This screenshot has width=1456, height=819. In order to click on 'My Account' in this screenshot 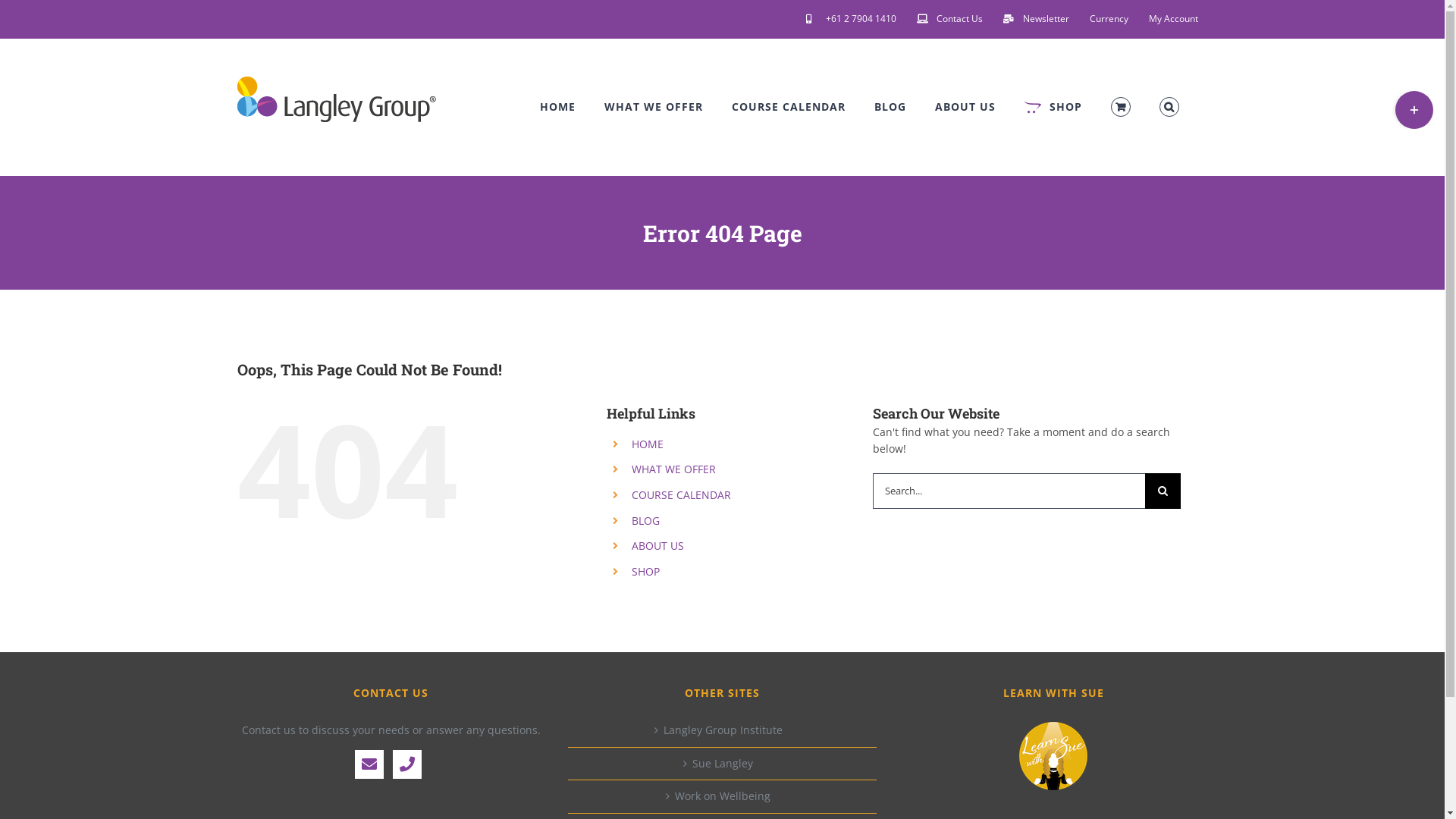, I will do `click(1172, 18)`.